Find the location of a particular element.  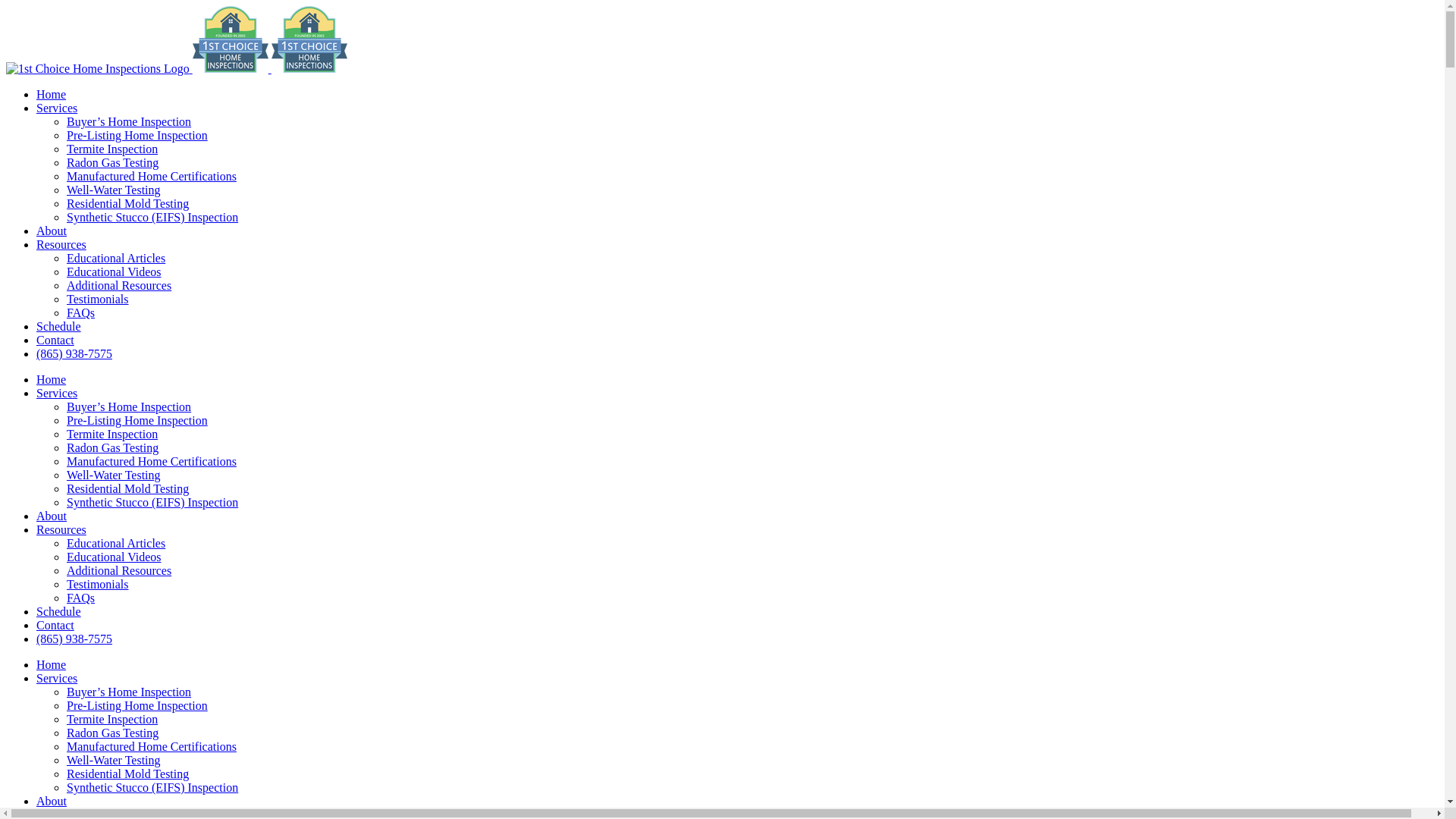

'Home' is located at coordinates (51, 94).